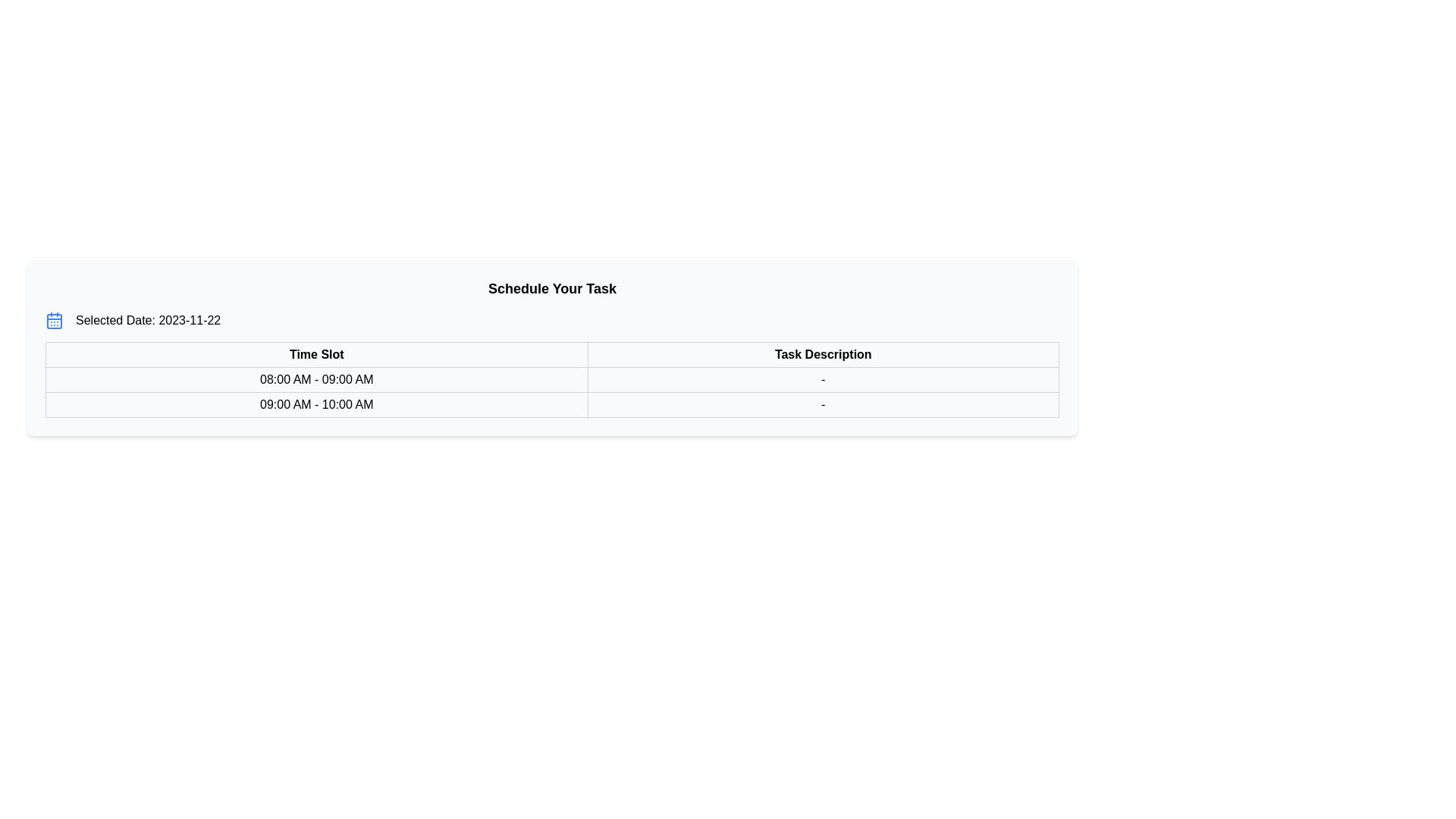  I want to click on the table cell displaying the time range '08:00 AM - 09:00 AM' located in the first row under the 'Time Slot' column, so click(551, 391).